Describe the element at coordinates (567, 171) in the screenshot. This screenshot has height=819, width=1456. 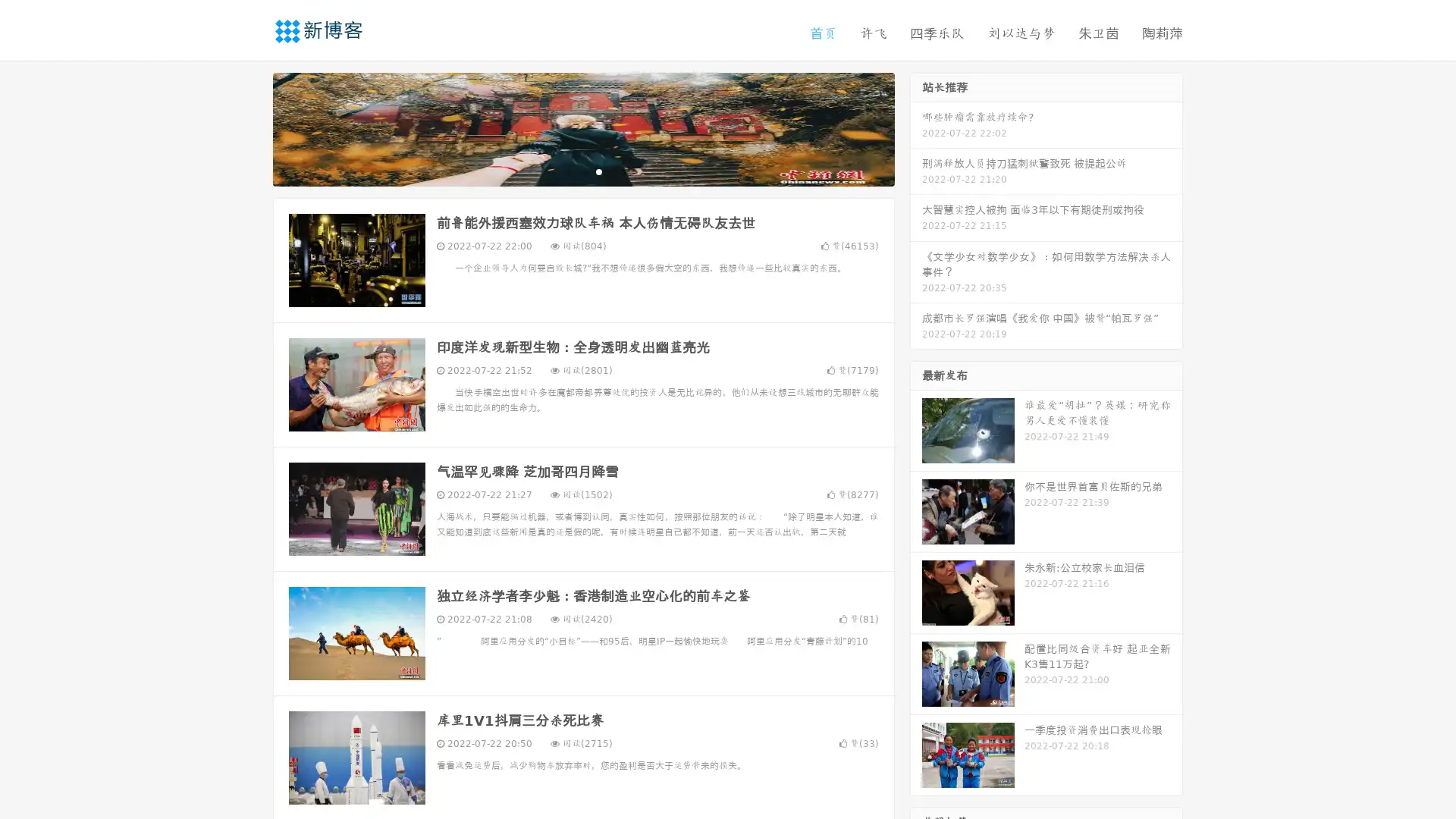
I see `Go to slide 1` at that location.